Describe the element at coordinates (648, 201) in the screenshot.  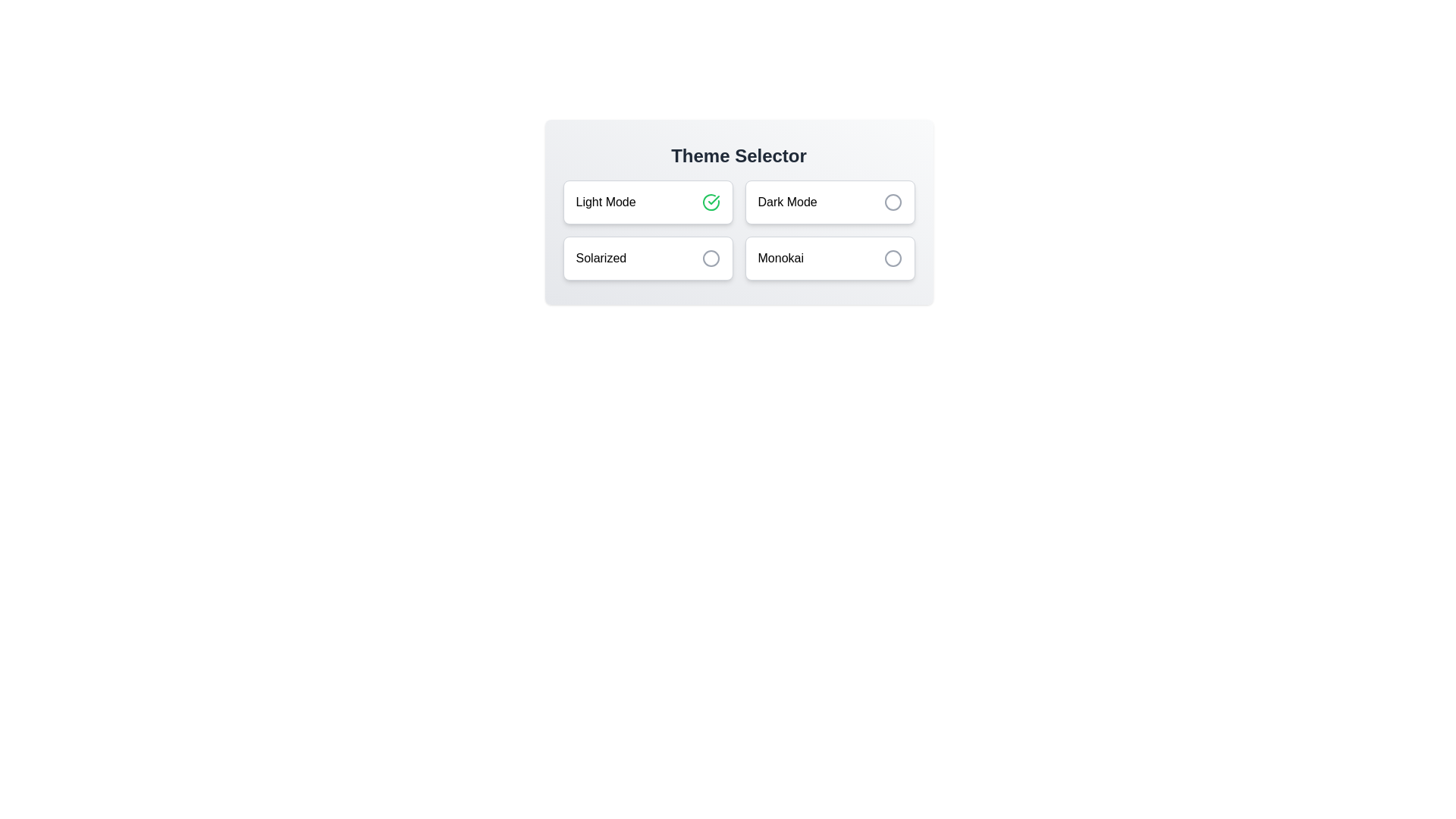
I see `the button corresponding to the theme Light Mode` at that location.